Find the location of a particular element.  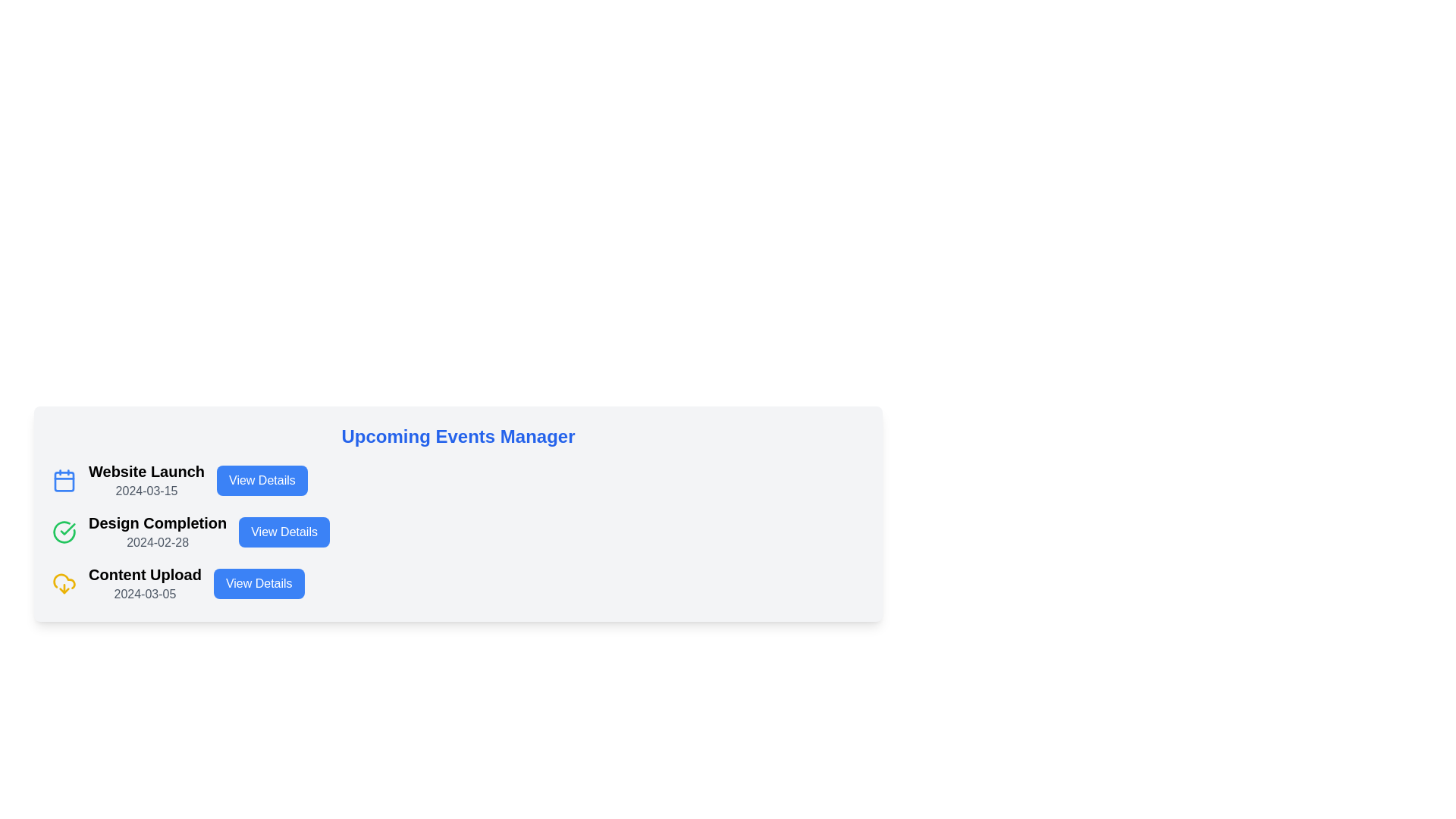

date information displayed in the static text label showing '2024-03-15', which is located beneath the 'Website Launch' title in the 'Upcoming Events Manager' section is located at coordinates (146, 491).